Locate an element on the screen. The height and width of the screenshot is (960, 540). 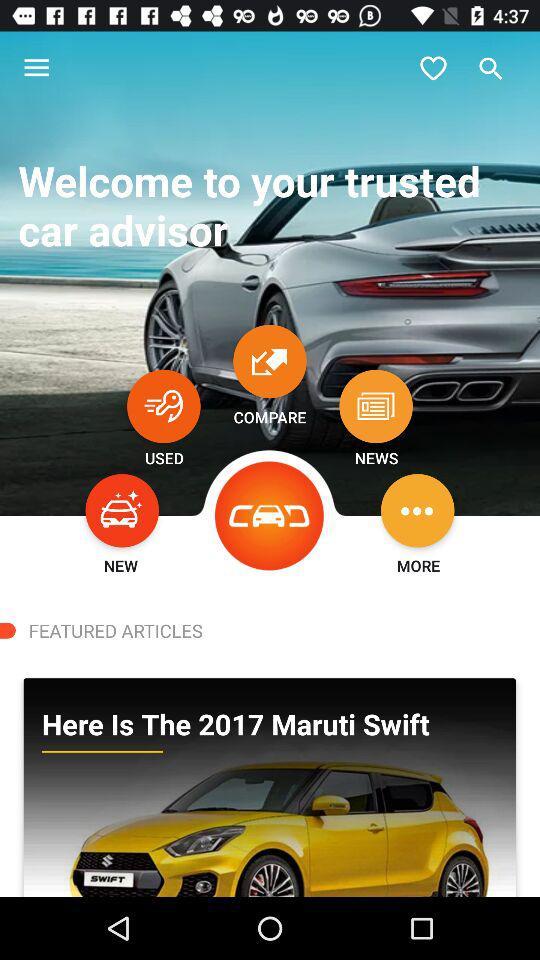
compare is located at coordinates (270, 360).